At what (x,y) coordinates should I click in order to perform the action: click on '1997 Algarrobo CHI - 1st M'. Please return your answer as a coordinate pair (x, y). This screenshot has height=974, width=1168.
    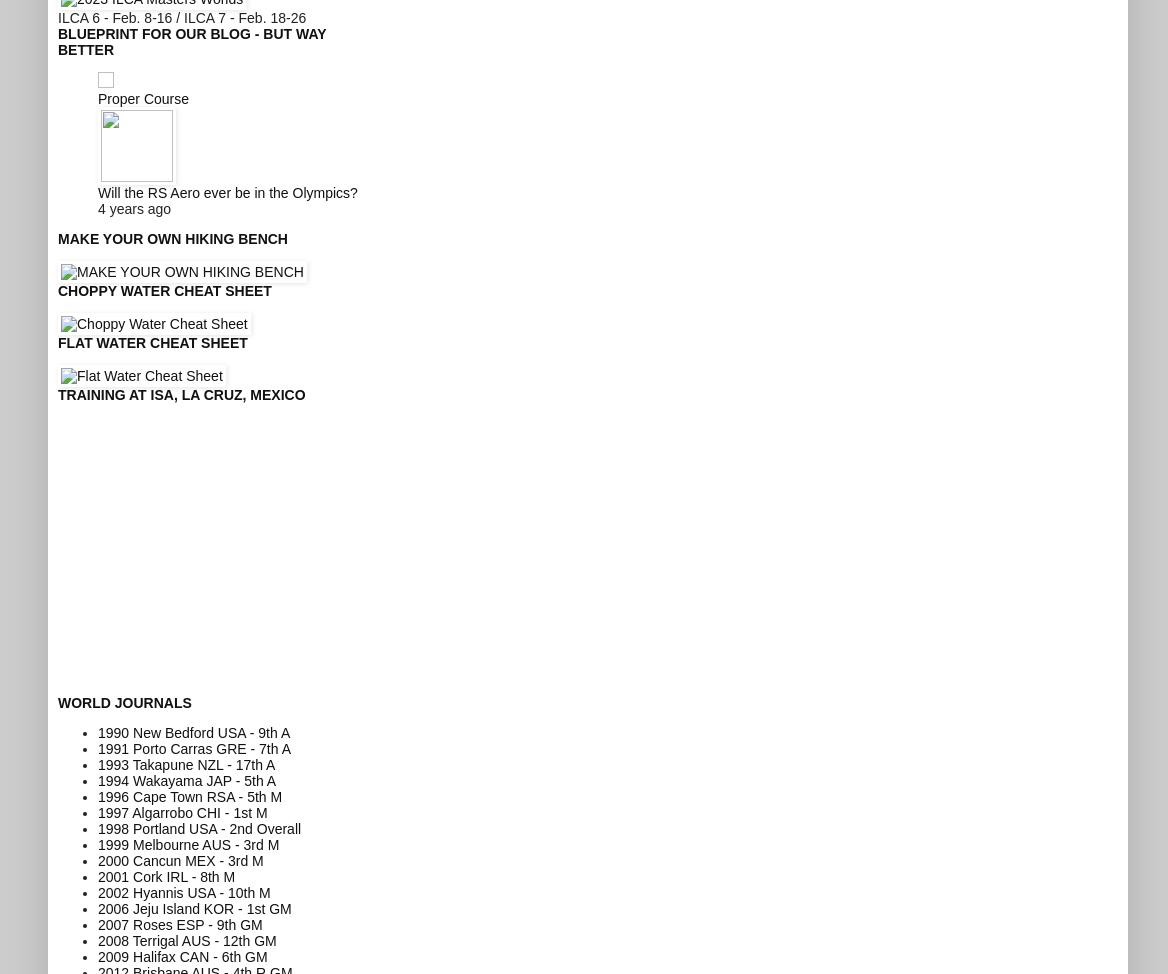
    Looking at the image, I should click on (182, 812).